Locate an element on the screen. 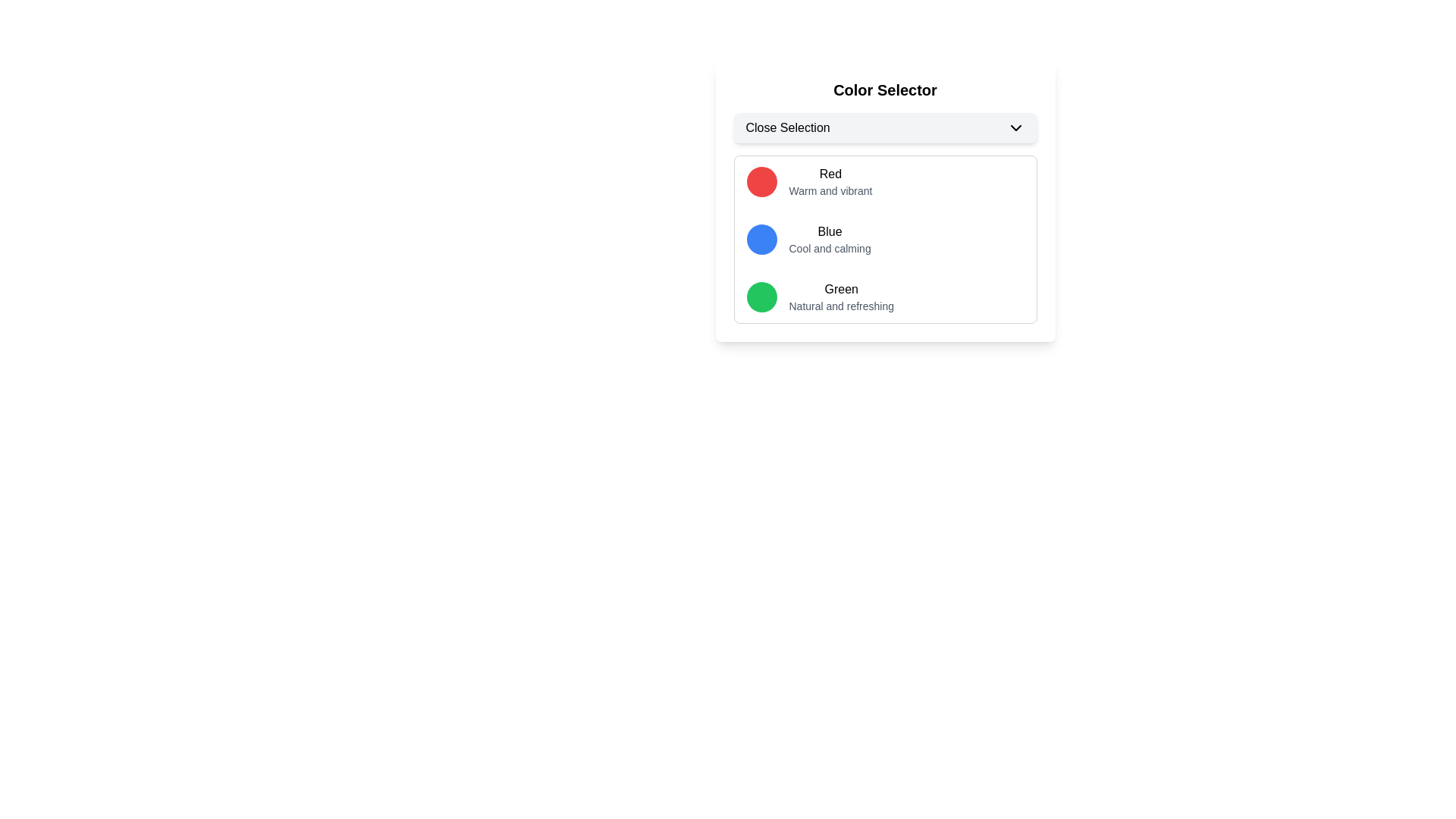 The height and width of the screenshot is (819, 1456). the selectable list item representing the color blue is located at coordinates (885, 239).